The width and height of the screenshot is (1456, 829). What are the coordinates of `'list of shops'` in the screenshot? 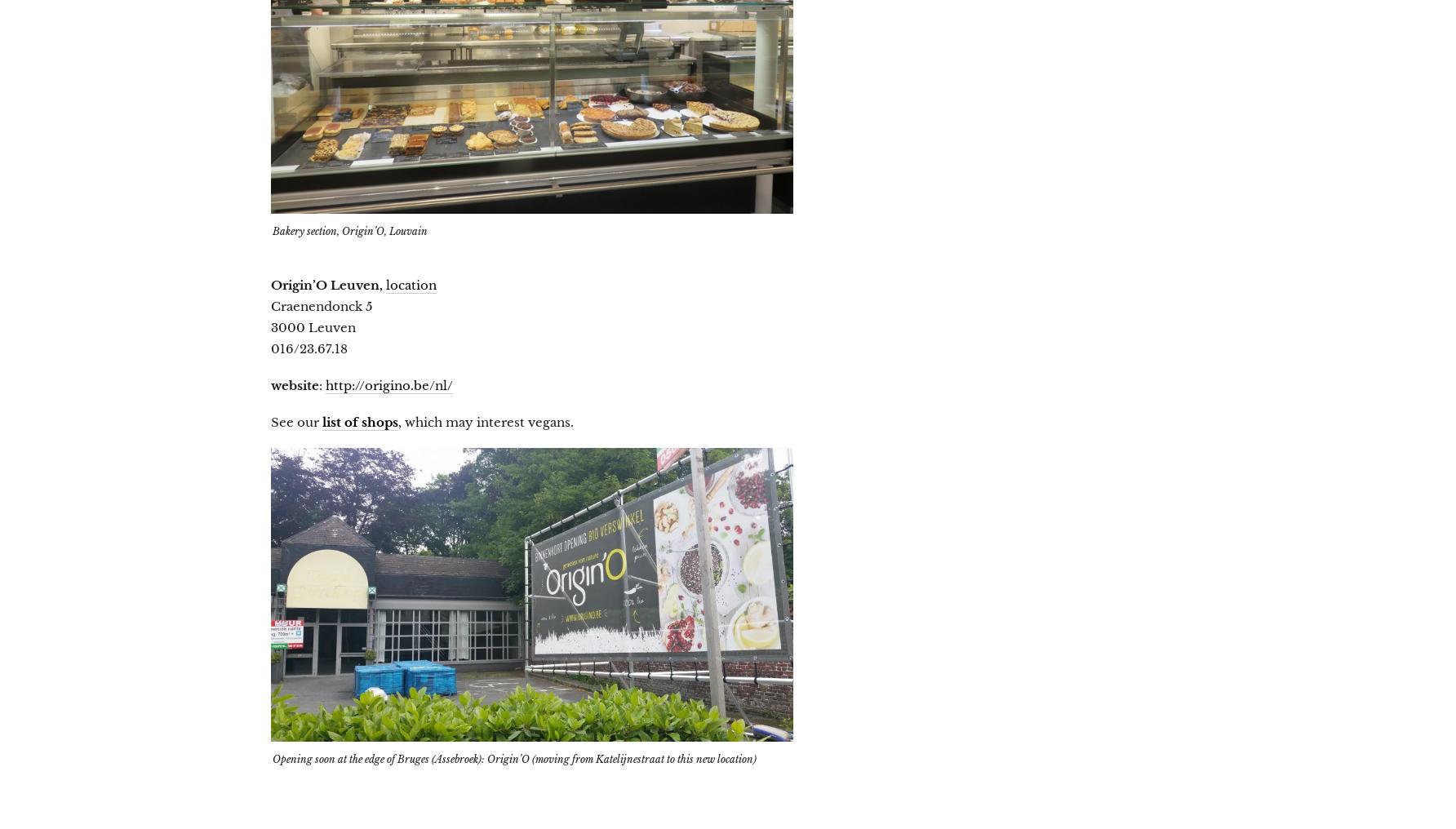 It's located at (321, 420).